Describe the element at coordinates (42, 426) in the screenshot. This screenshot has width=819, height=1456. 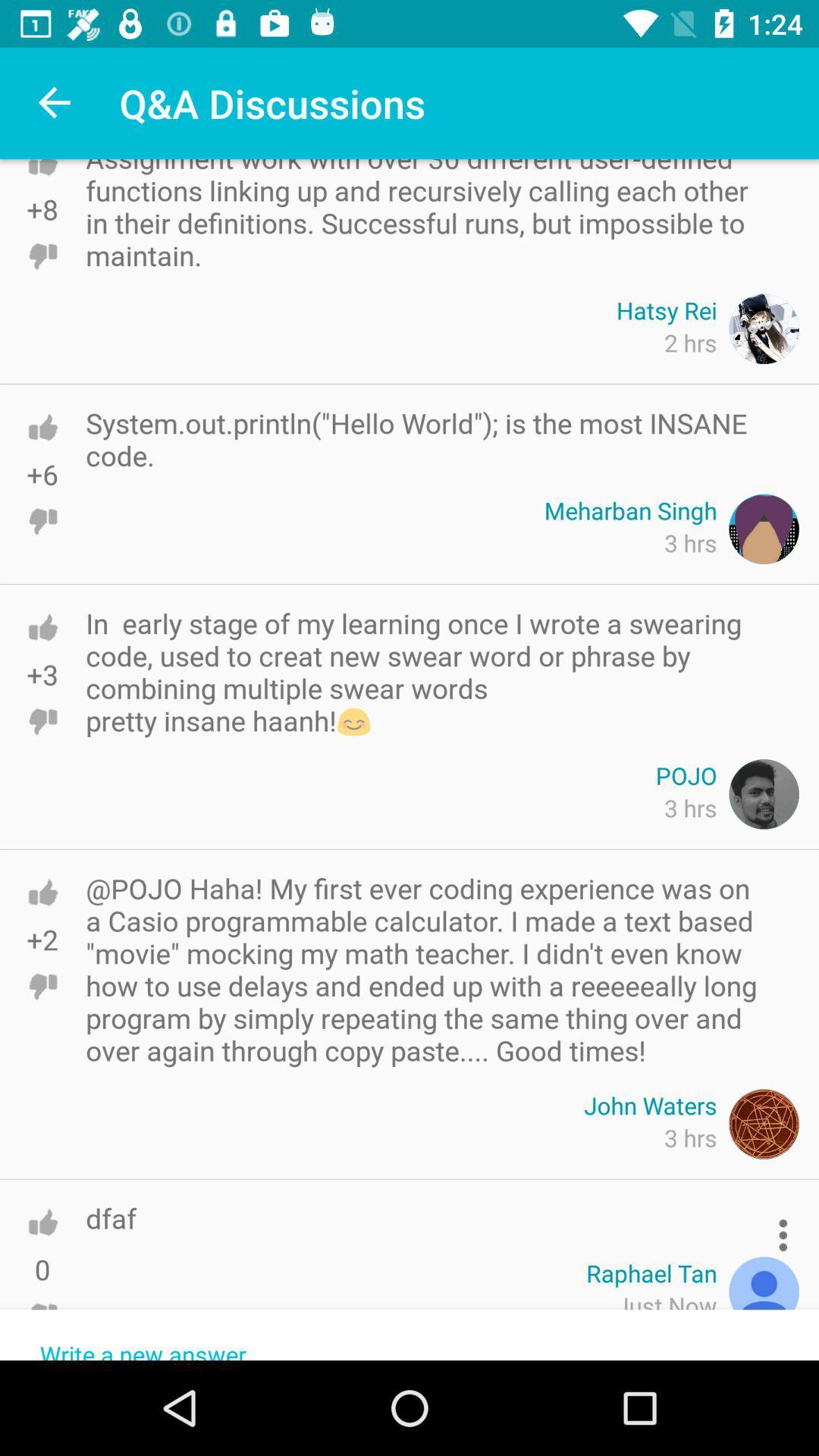
I see `like comment` at that location.